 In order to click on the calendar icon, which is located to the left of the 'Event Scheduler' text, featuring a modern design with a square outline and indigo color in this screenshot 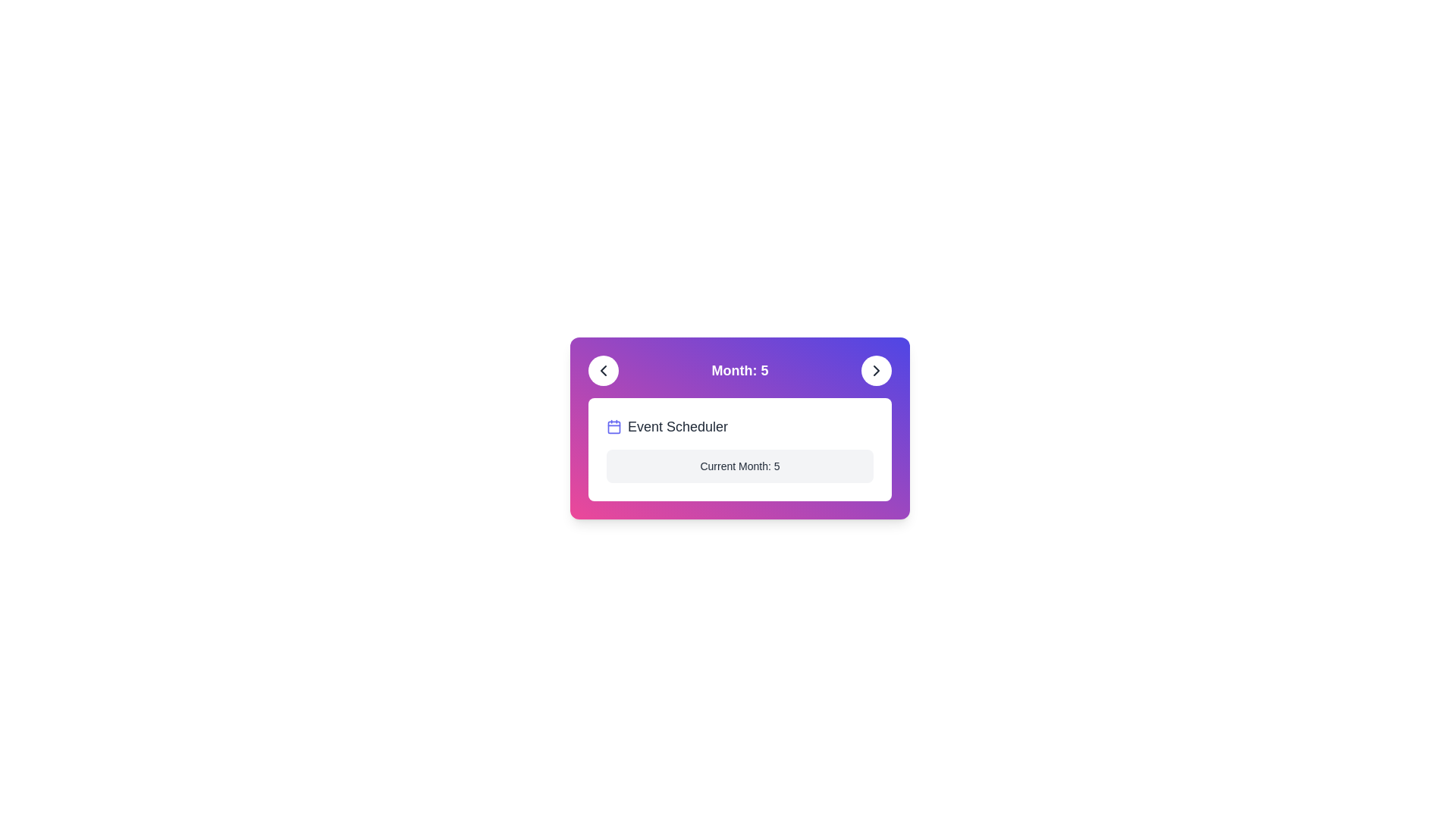, I will do `click(614, 427)`.